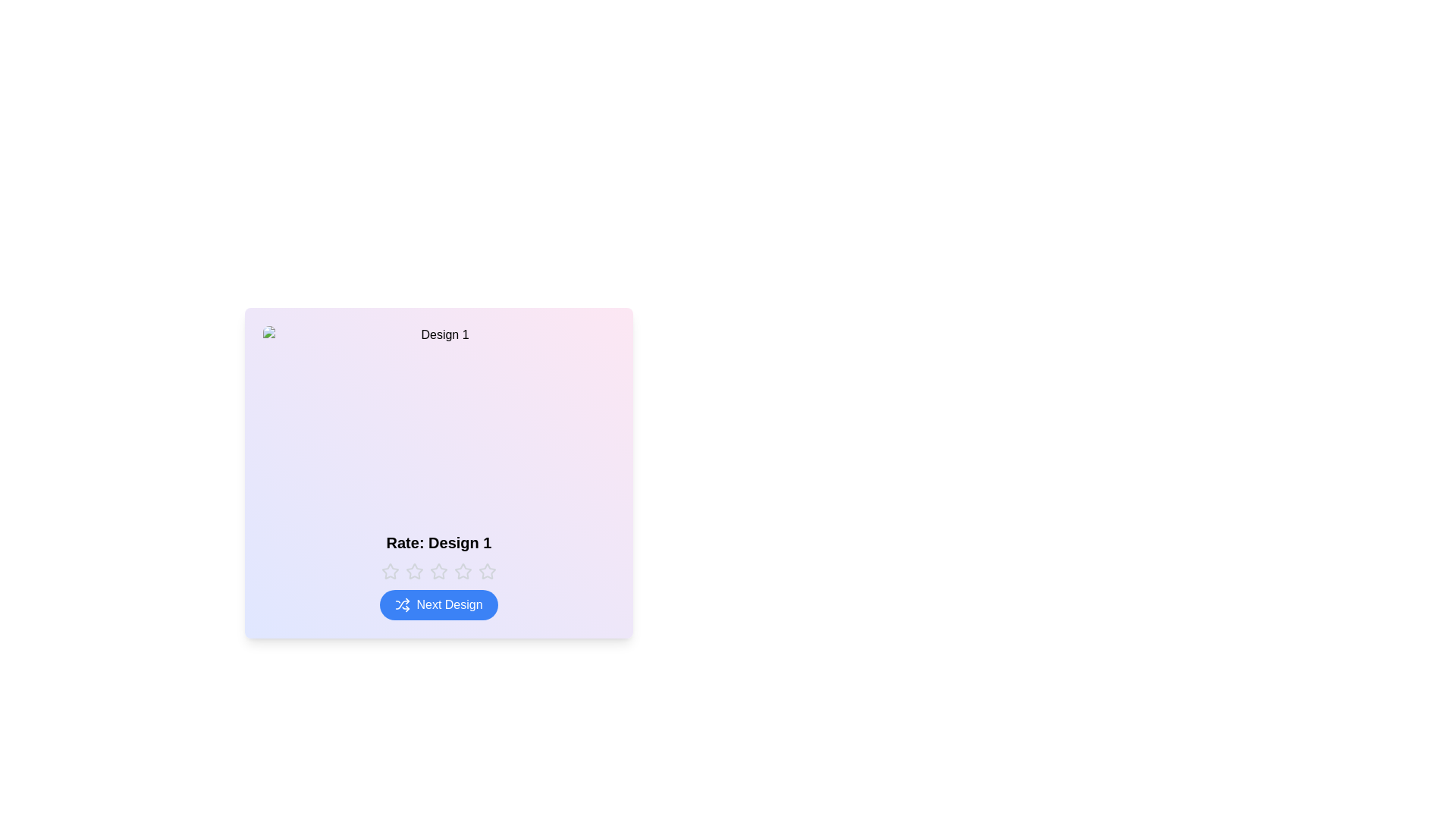 The width and height of the screenshot is (1456, 819). What do you see at coordinates (438, 604) in the screenshot?
I see `the 'Next Design' button to navigate to the next design` at bounding box center [438, 604].